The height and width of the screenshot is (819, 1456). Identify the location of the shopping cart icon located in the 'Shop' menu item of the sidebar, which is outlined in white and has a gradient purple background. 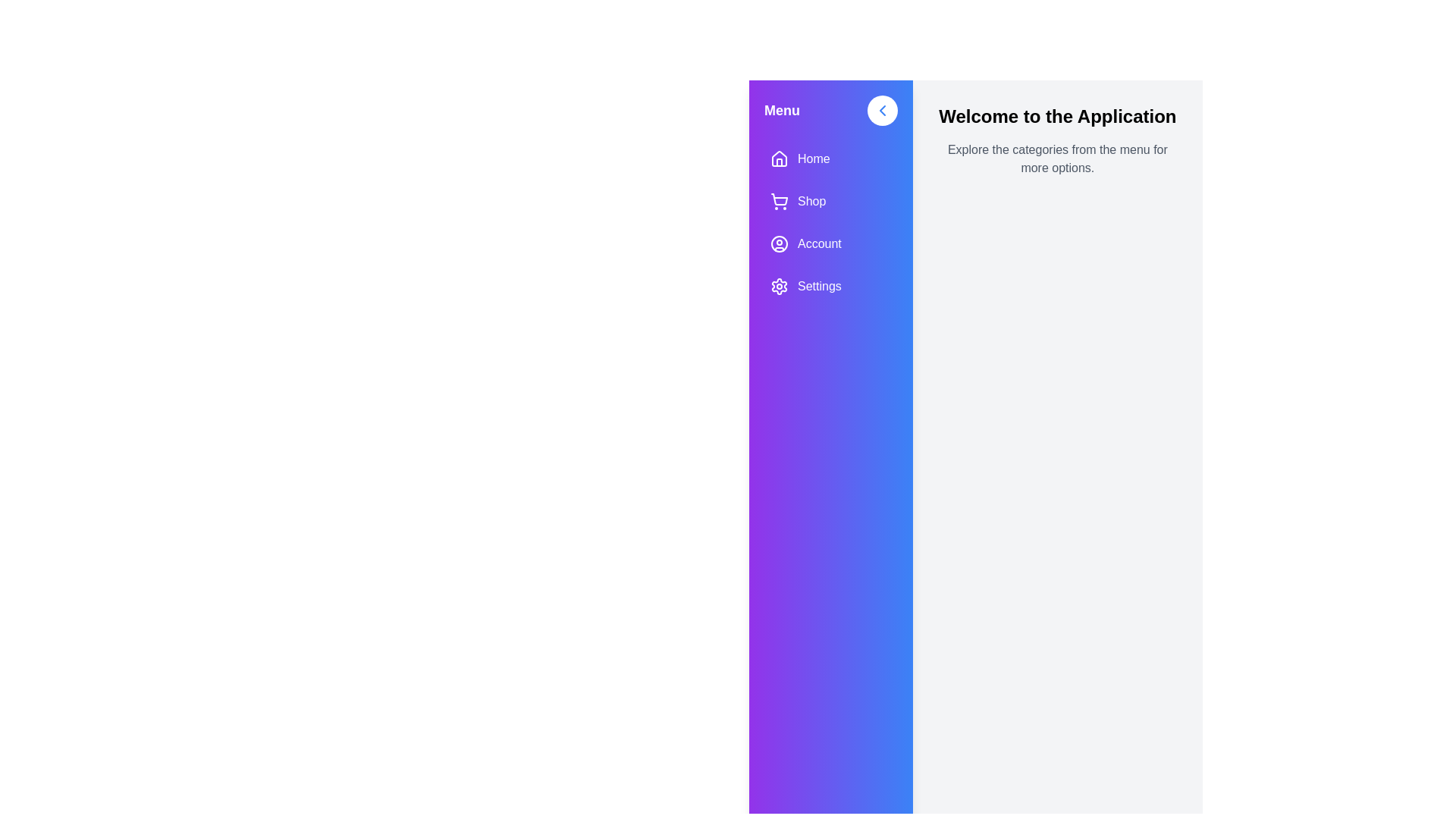
(779, 201).